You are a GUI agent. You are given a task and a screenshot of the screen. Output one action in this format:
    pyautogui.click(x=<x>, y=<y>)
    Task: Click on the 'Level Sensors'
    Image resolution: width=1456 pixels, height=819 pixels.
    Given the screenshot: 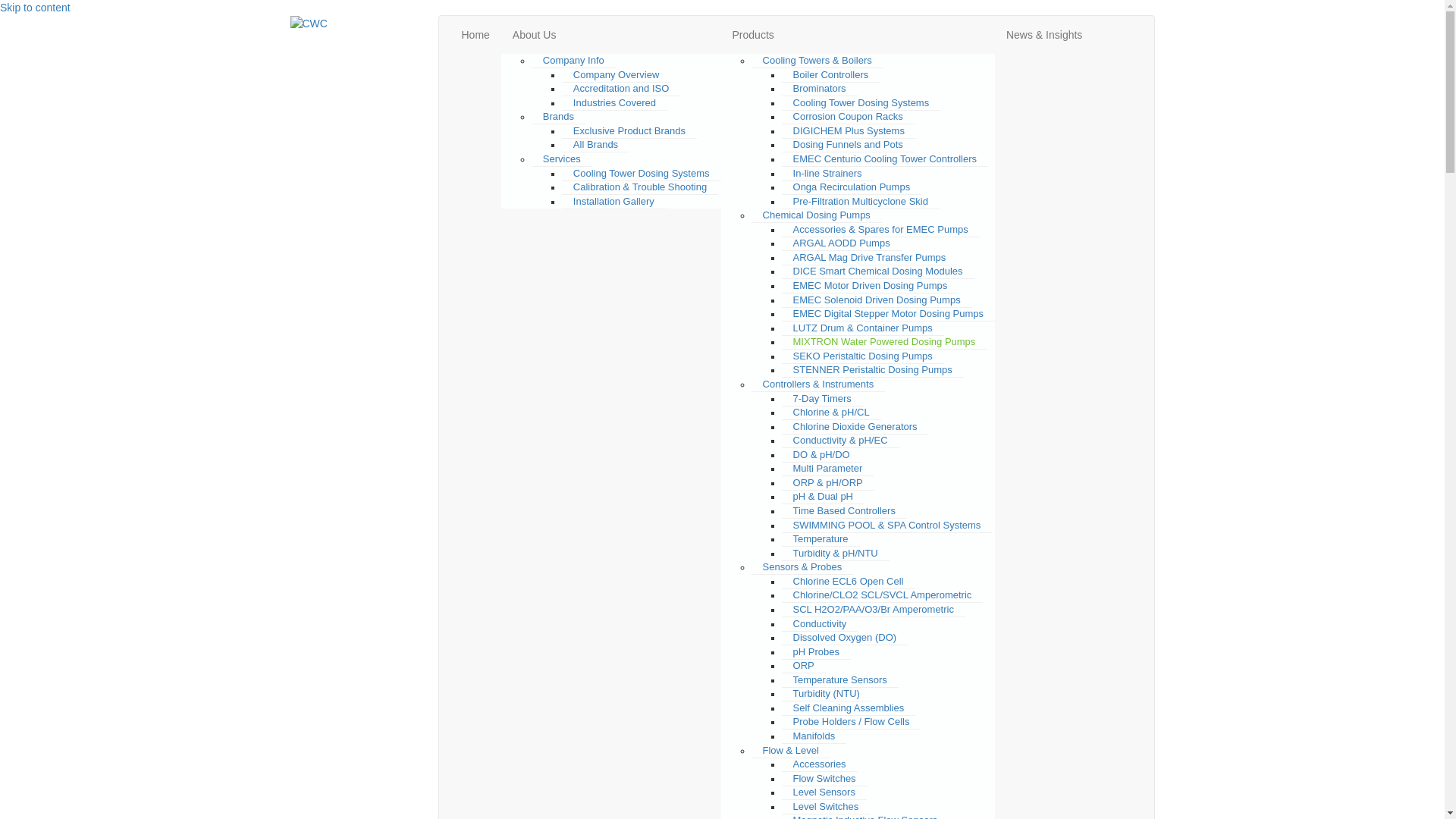 What is the action you would take?
    pyautogui.click(x=782, y=792)
    